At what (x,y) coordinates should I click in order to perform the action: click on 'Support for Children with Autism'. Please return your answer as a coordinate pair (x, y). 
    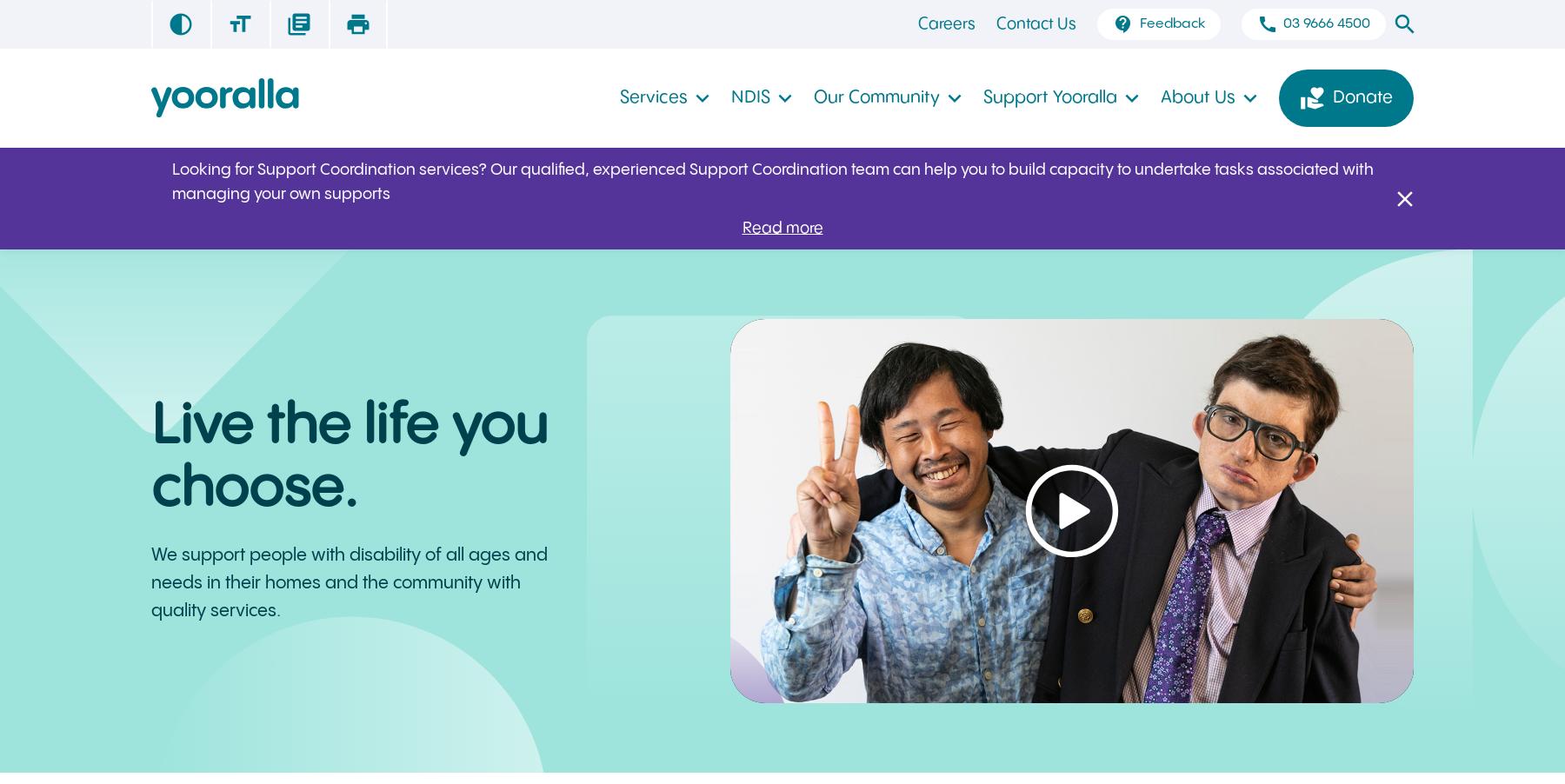
    Looking at the image, I should click on (1114, 68).